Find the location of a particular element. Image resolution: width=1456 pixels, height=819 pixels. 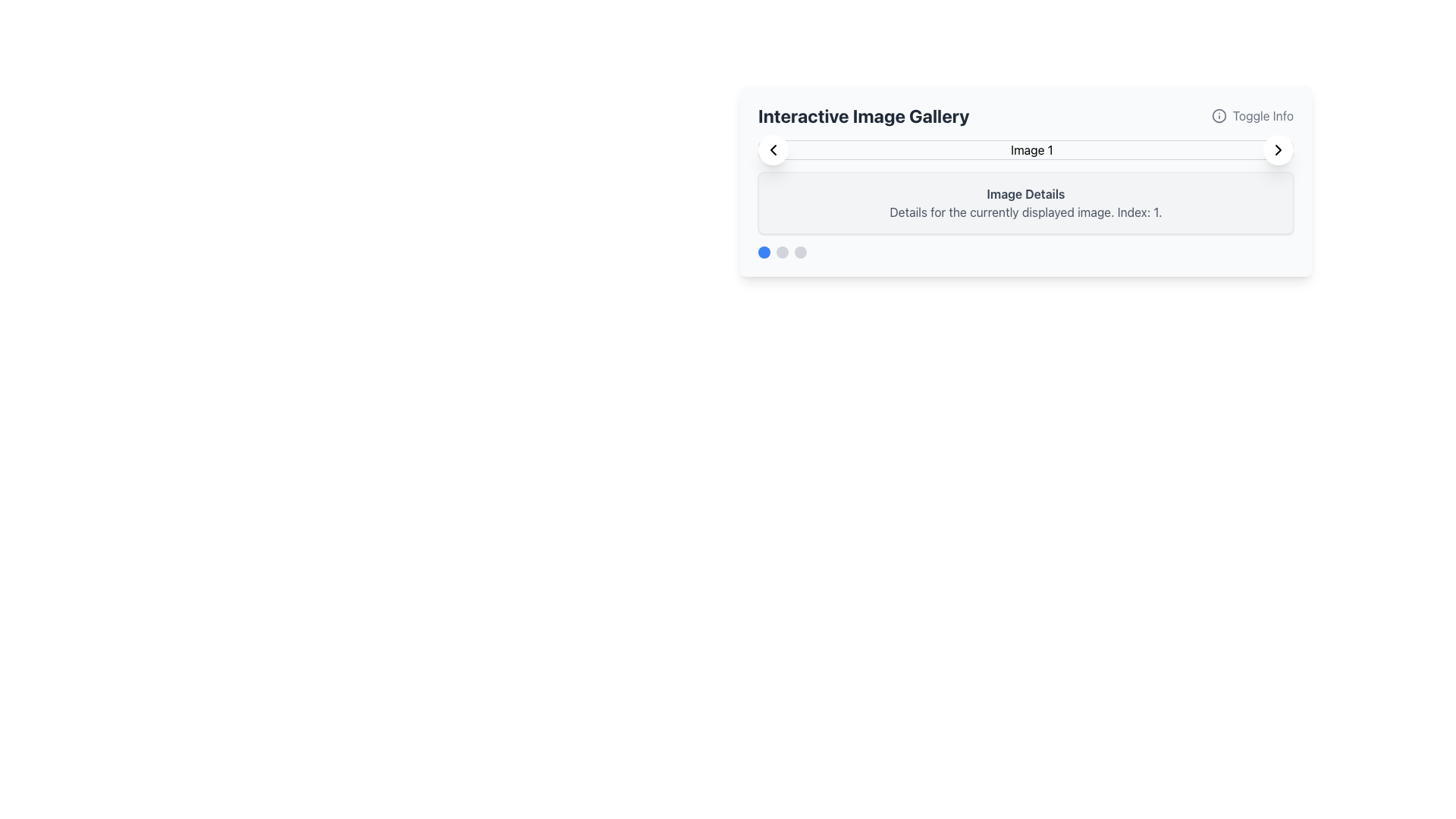

the Text Label that serves as a title or heading, located centrally at the top of the content card, to the left of the 'Toggle Info' button is located at coordinates (864, 115).